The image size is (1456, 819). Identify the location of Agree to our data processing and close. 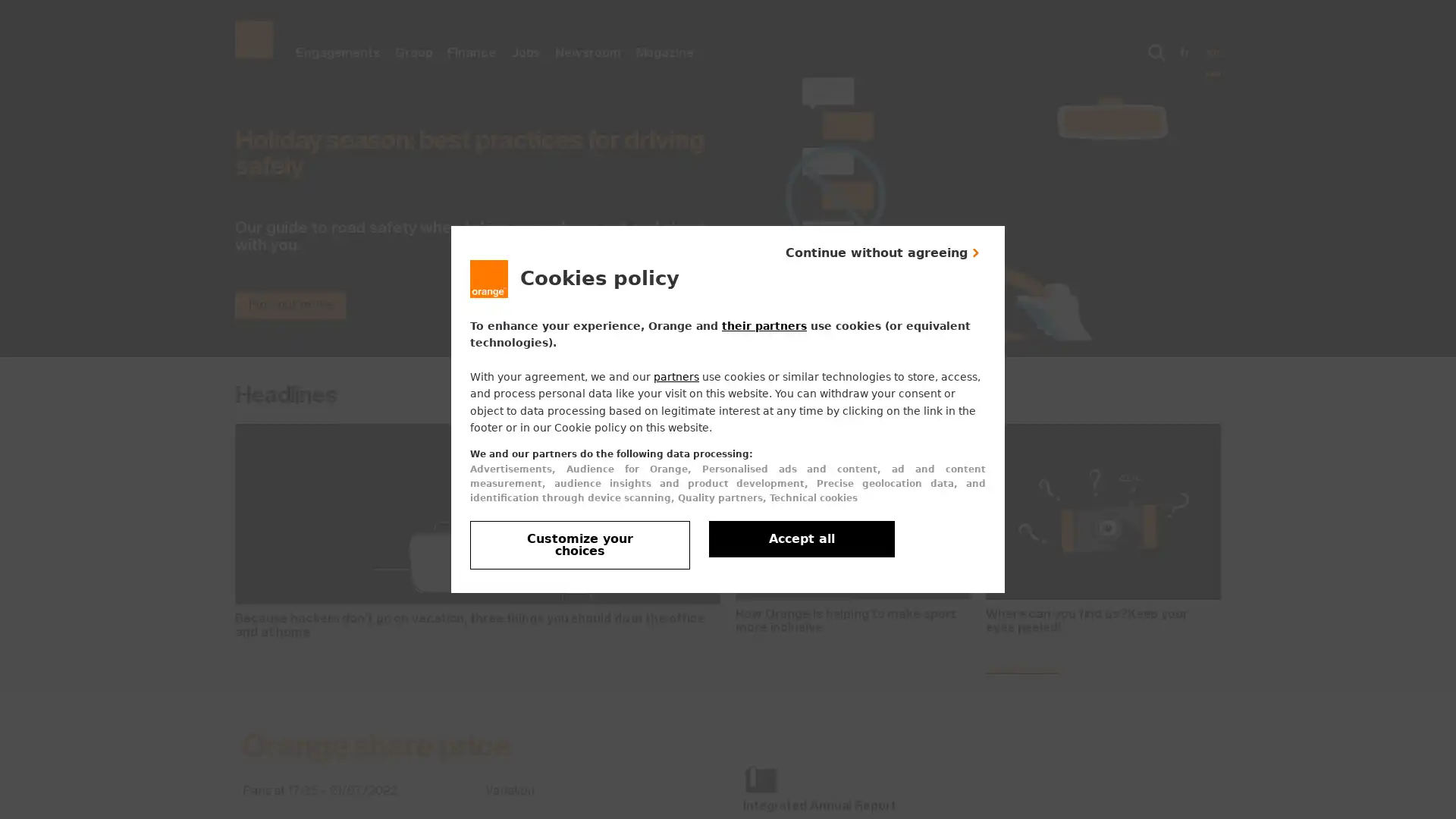
(801, 538).